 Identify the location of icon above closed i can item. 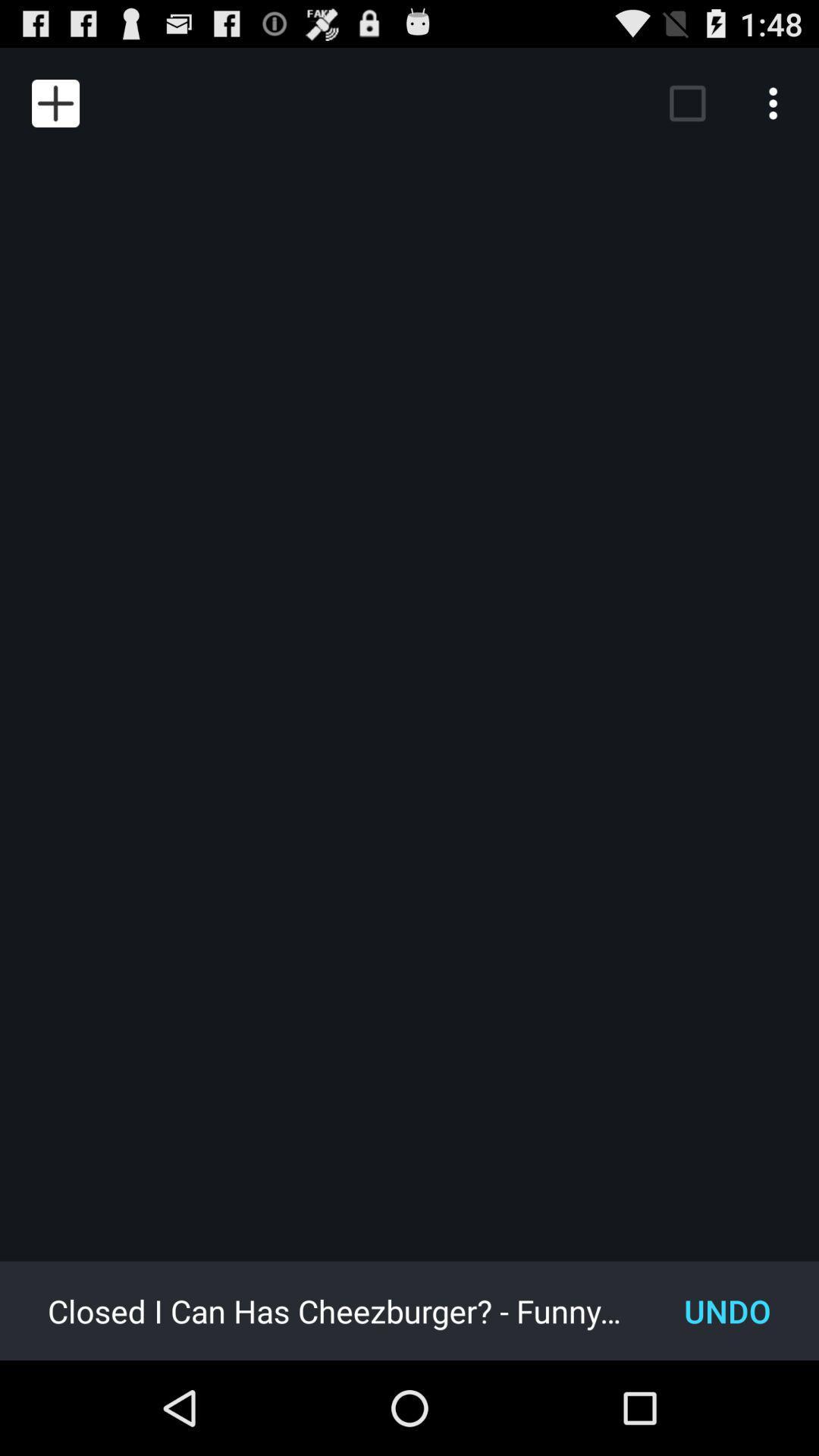
(55, 102).